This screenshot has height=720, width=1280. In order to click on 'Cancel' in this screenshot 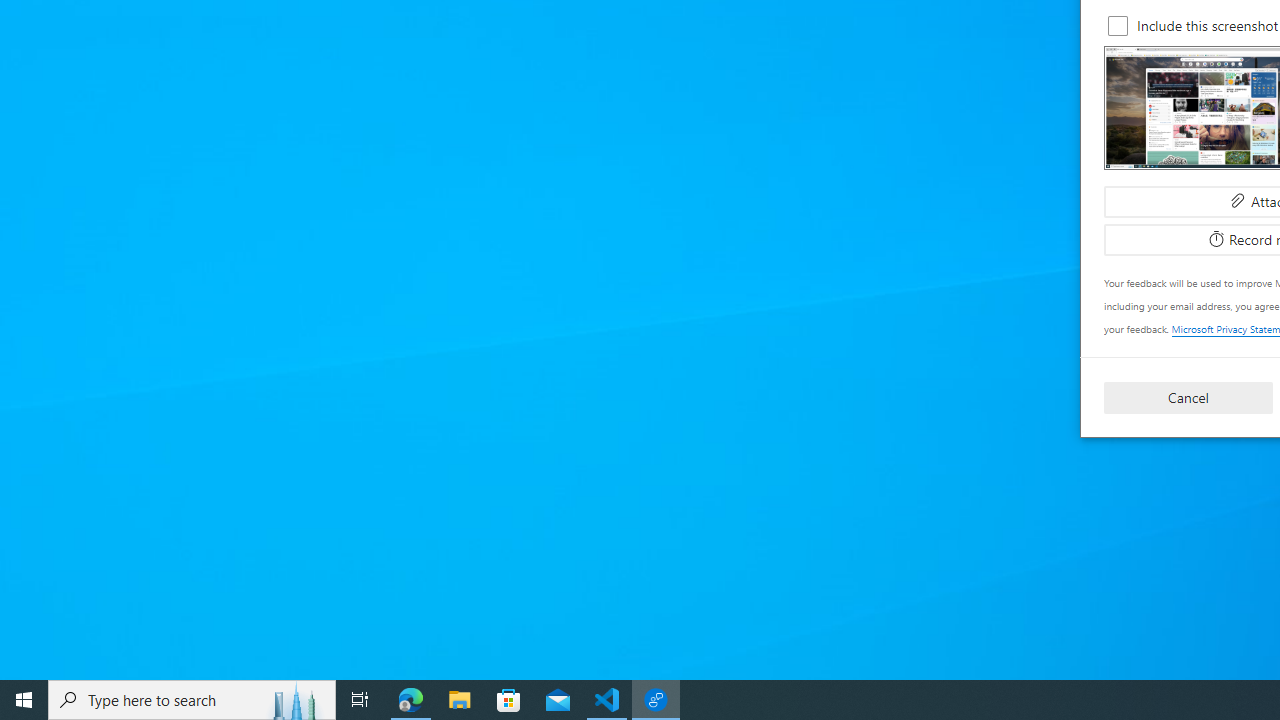, I will do `click(1188, 397)`.